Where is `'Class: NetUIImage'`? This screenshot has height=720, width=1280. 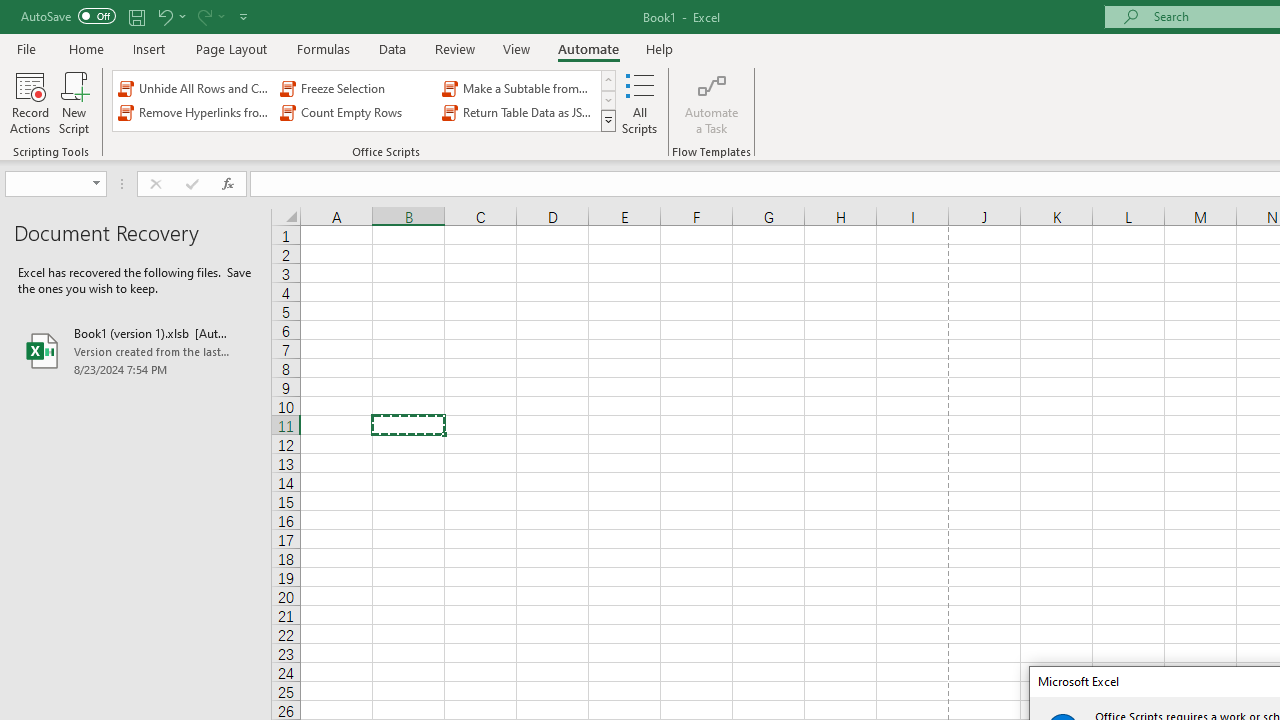 'Class: NetUIImage' is located at coordinates (608, 120).